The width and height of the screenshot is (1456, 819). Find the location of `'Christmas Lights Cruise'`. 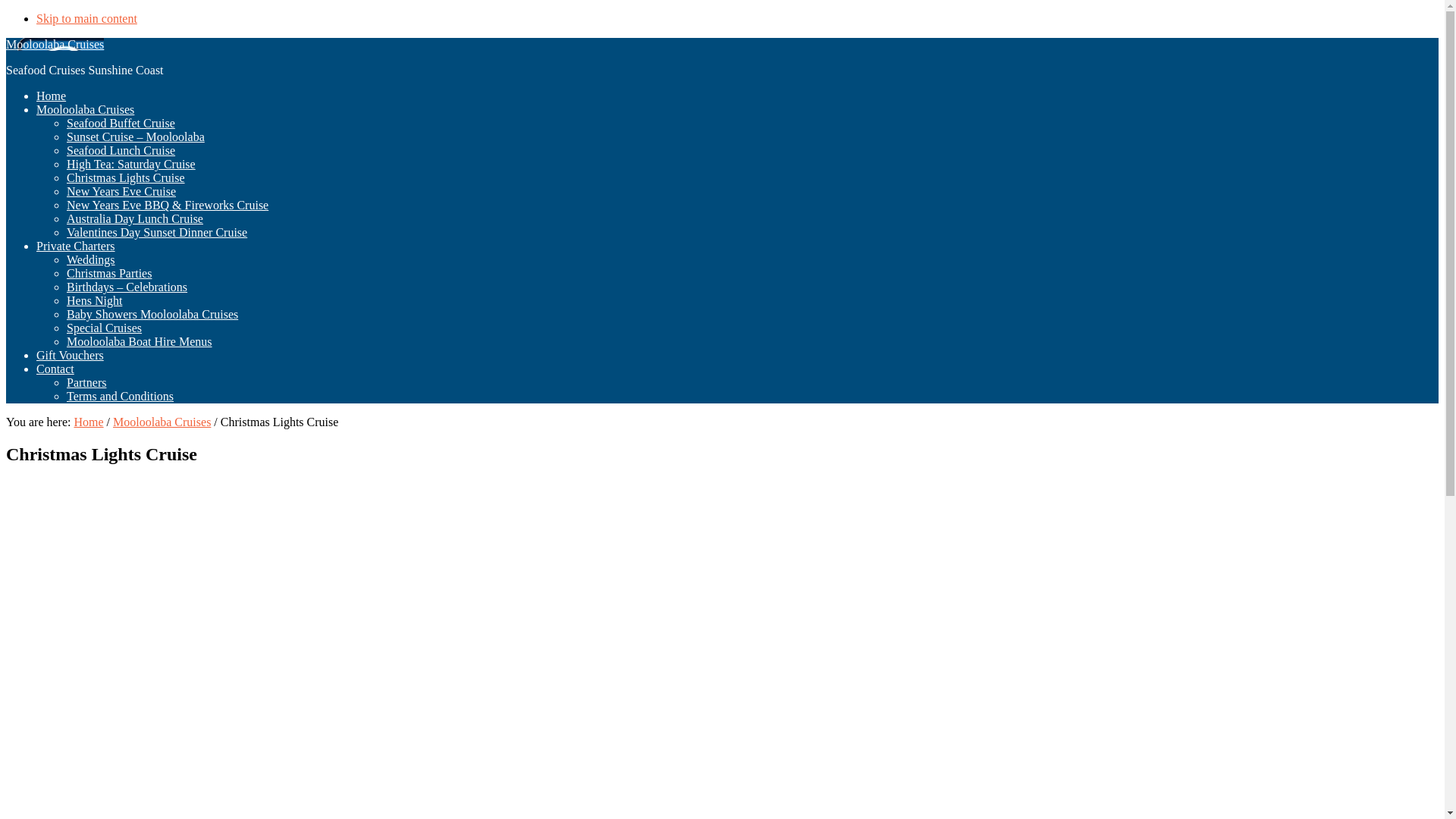

'Christmas Lights Cruise' is located at coordinates (126, 177).